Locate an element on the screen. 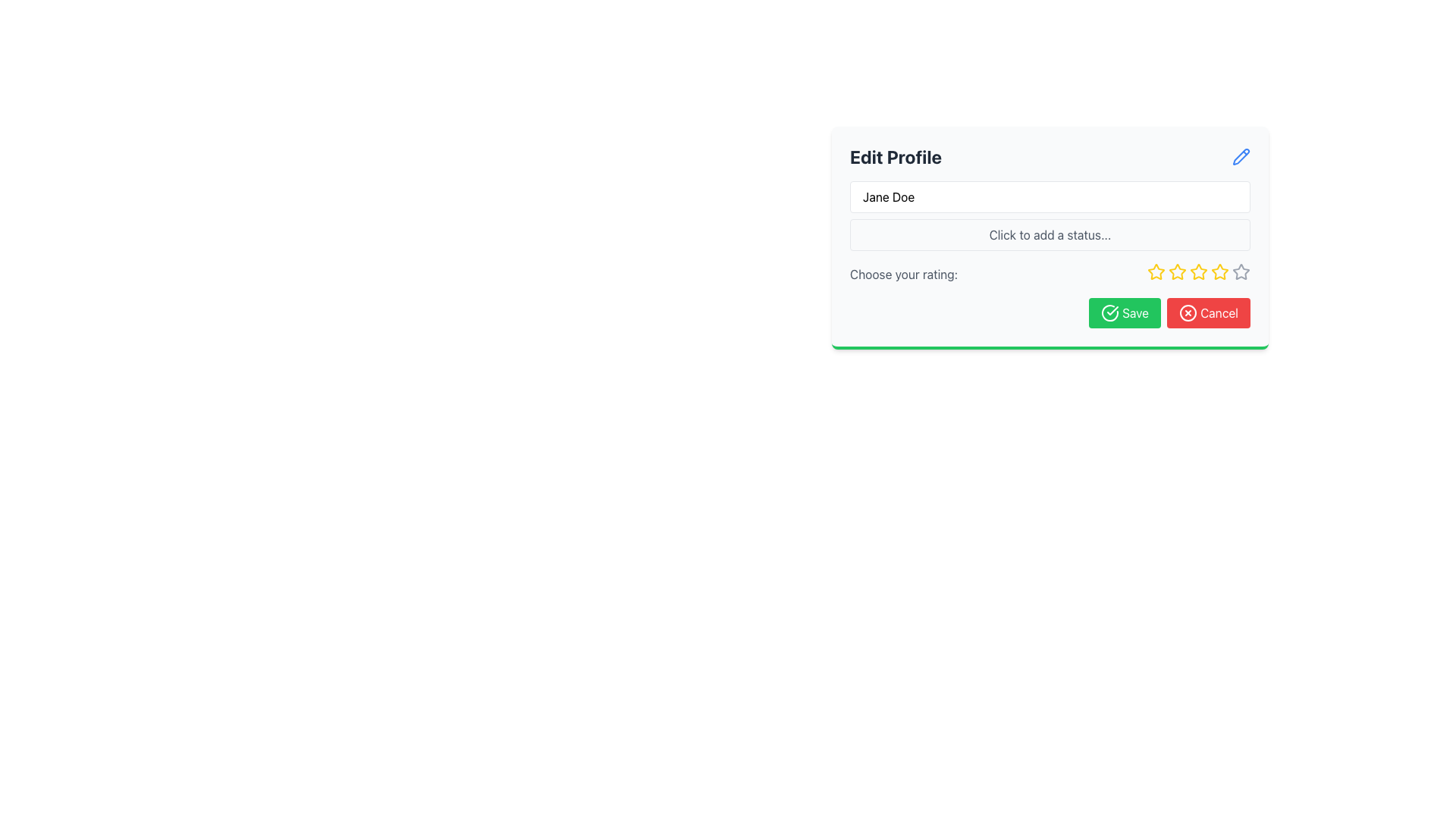 This screenshot has width=1456, height=819. the fifth star-shaped rating icon, which is yellow outlined and located below the 'Choose your rating:' input field is located at coordinates (1219, 271).